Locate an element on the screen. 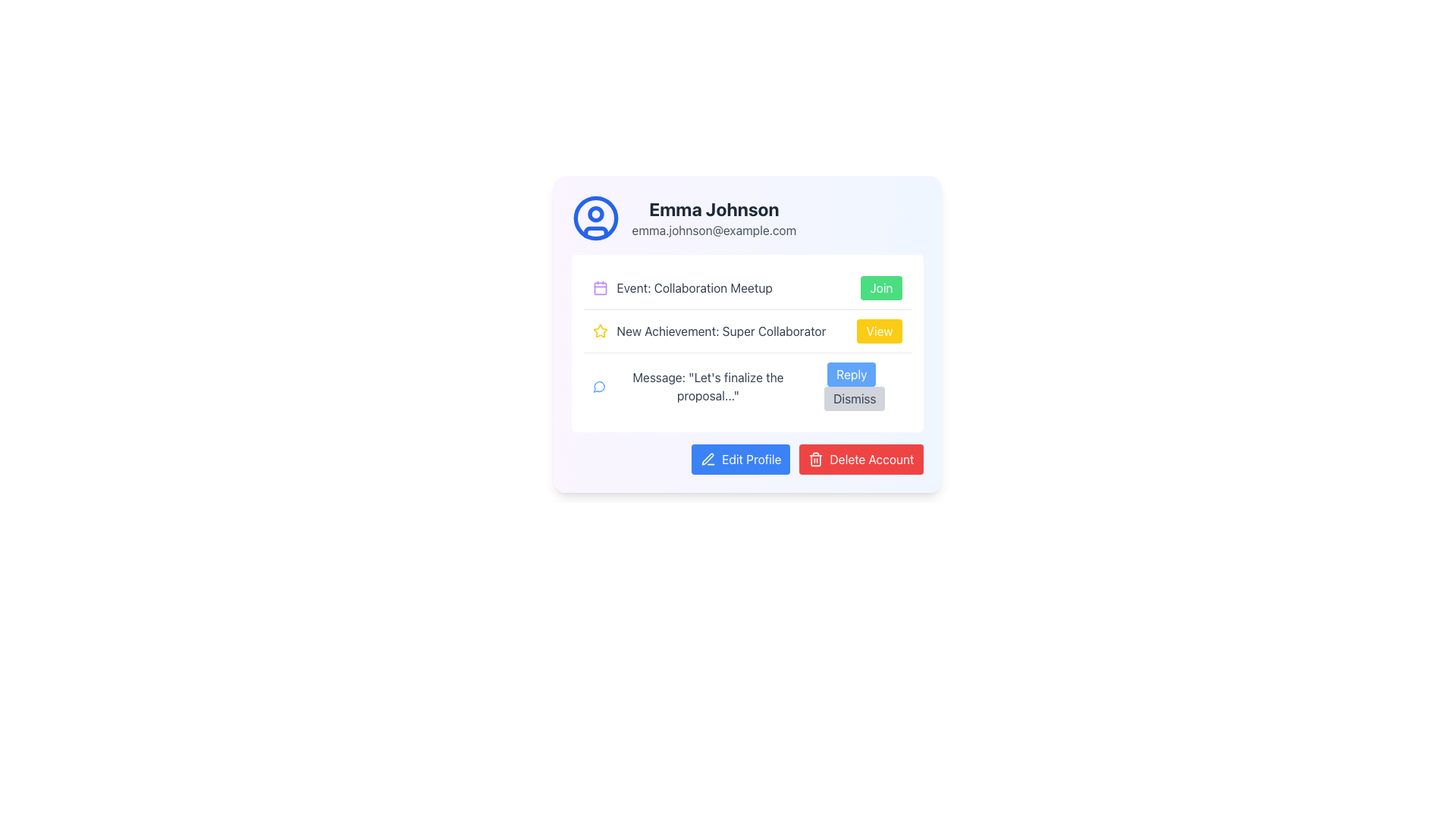 Image resolution: width=1456 pixels, height=819 pixels. the red 'Delete Account' button located in the lower right of the interface is located at coordinates (860, 458).